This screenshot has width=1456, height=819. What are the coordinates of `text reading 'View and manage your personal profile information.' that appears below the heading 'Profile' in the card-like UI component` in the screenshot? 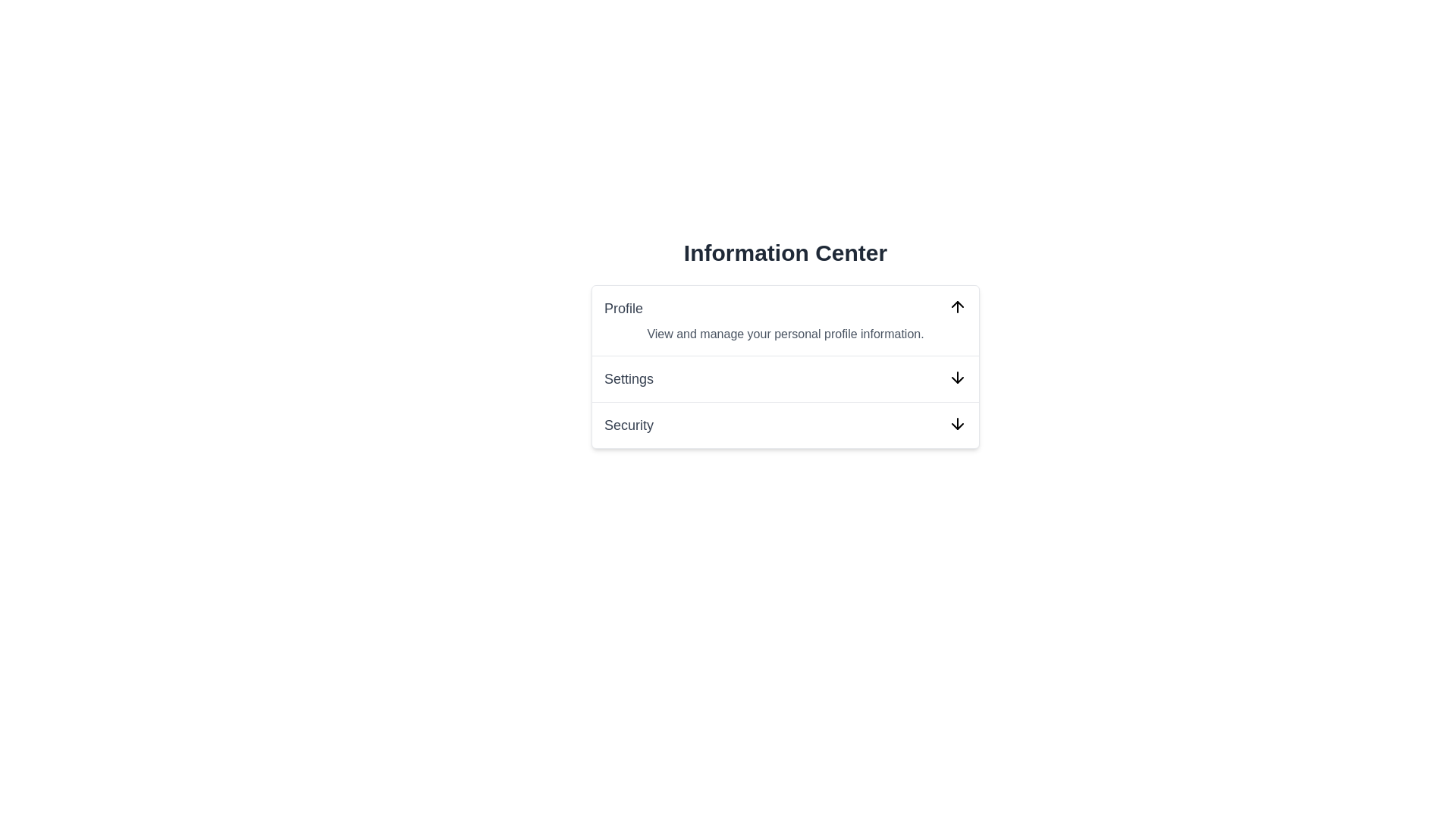 It's located at (786, 333).